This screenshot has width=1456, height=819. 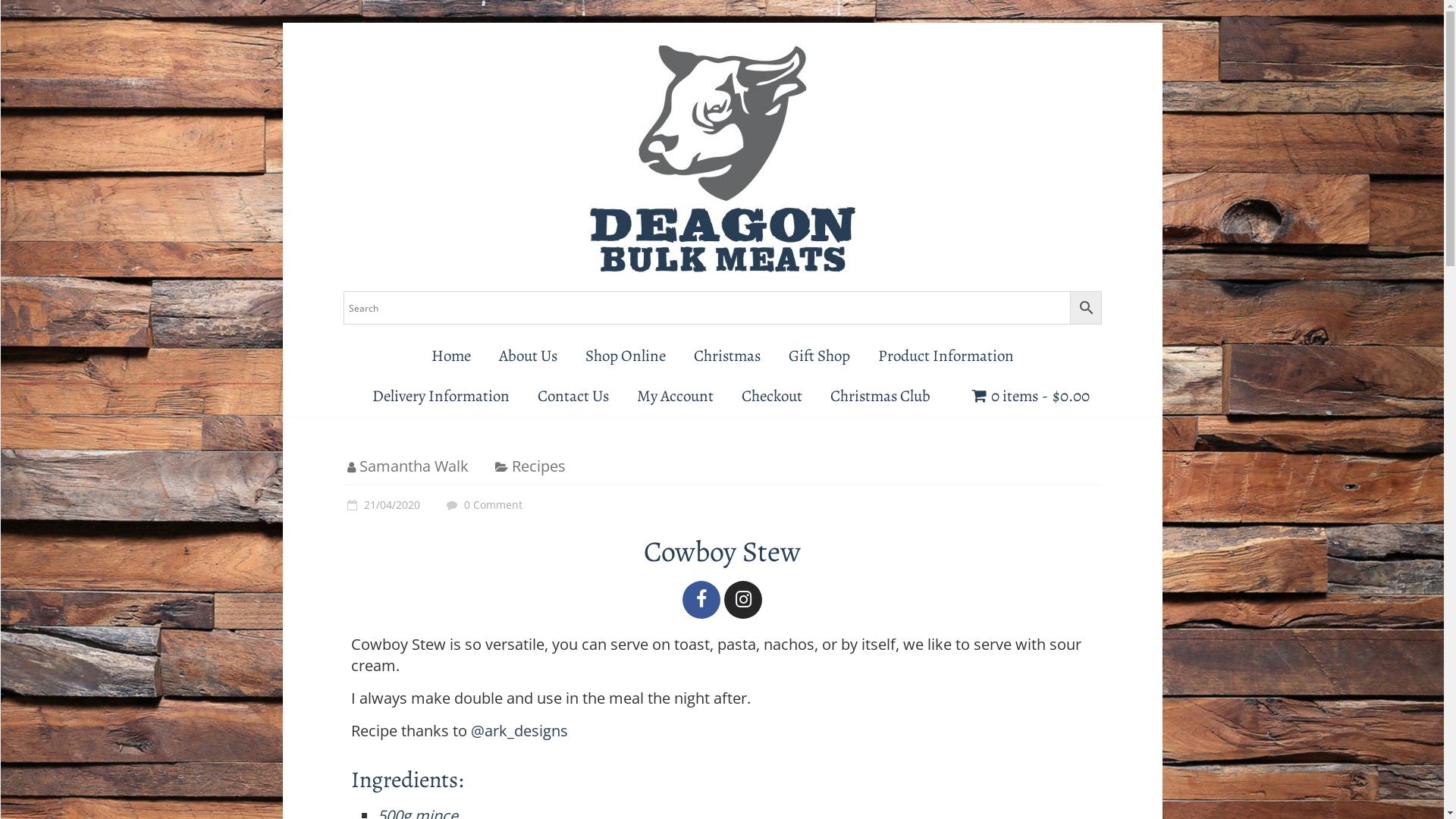 I want to click on 'Home', so click(x=450, y=356).